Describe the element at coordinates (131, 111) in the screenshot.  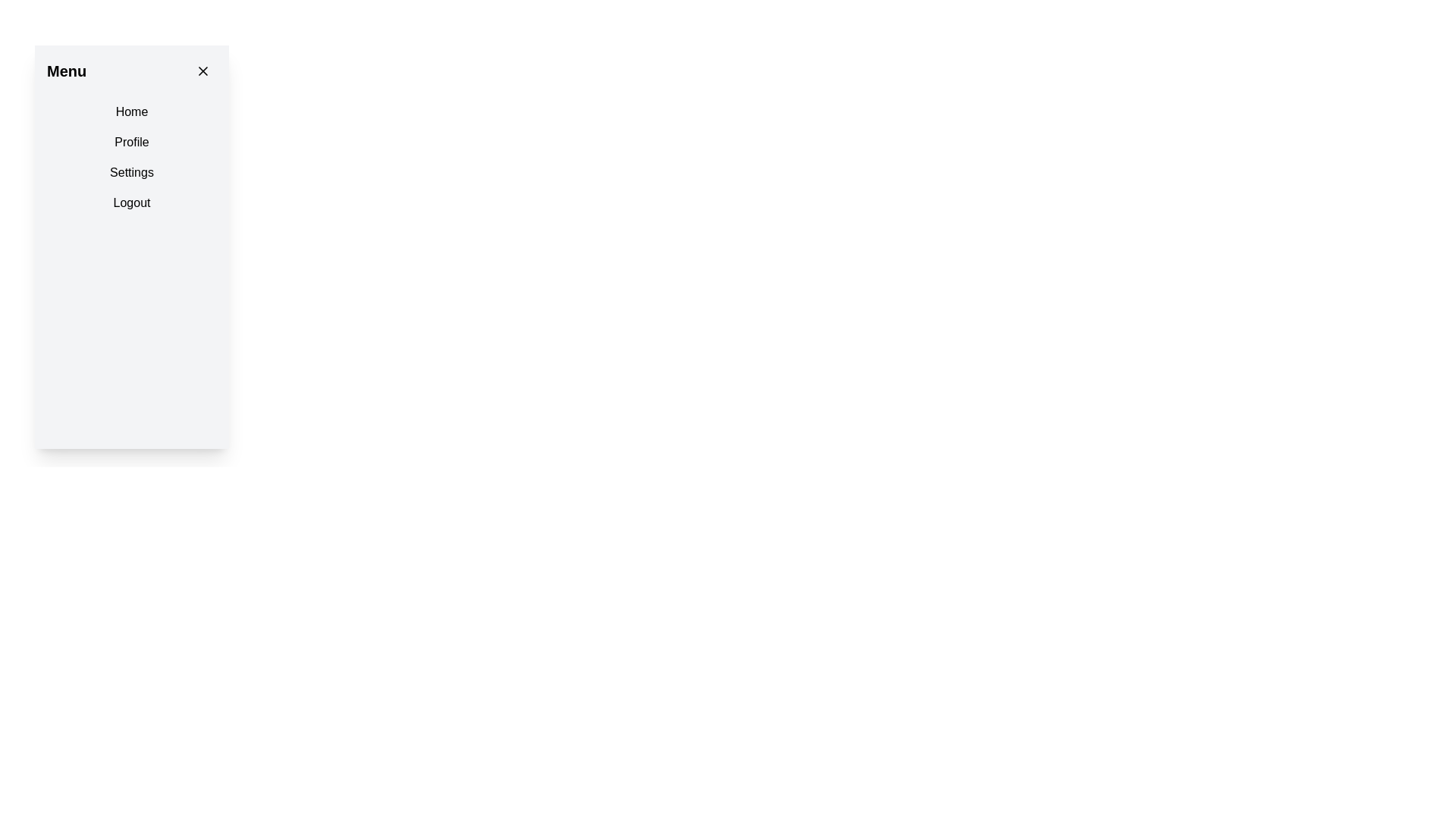
I see `the first item in the vertical menu under the 'Menu' header` at that location.